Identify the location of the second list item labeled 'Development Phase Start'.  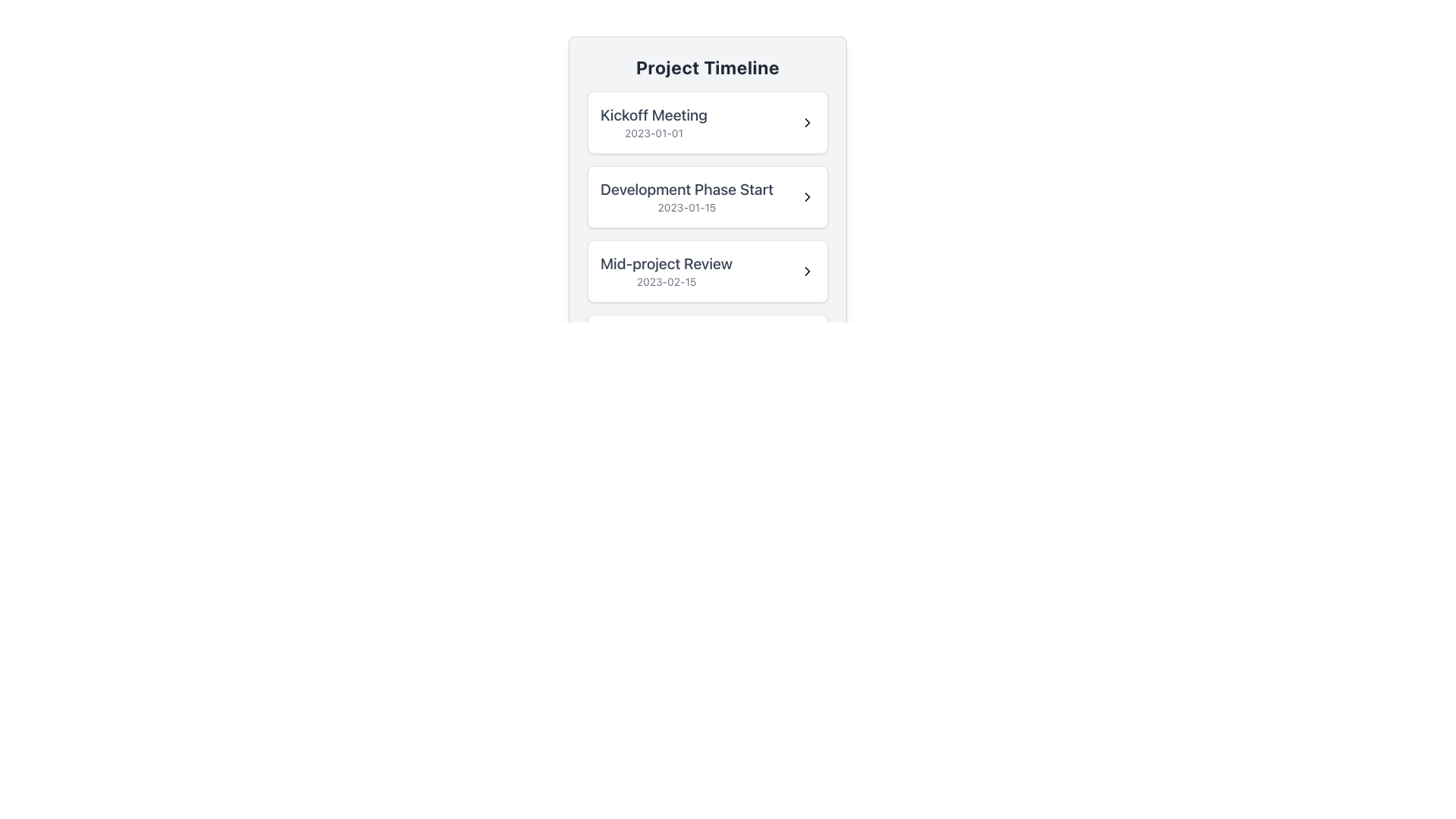
(707, 196).